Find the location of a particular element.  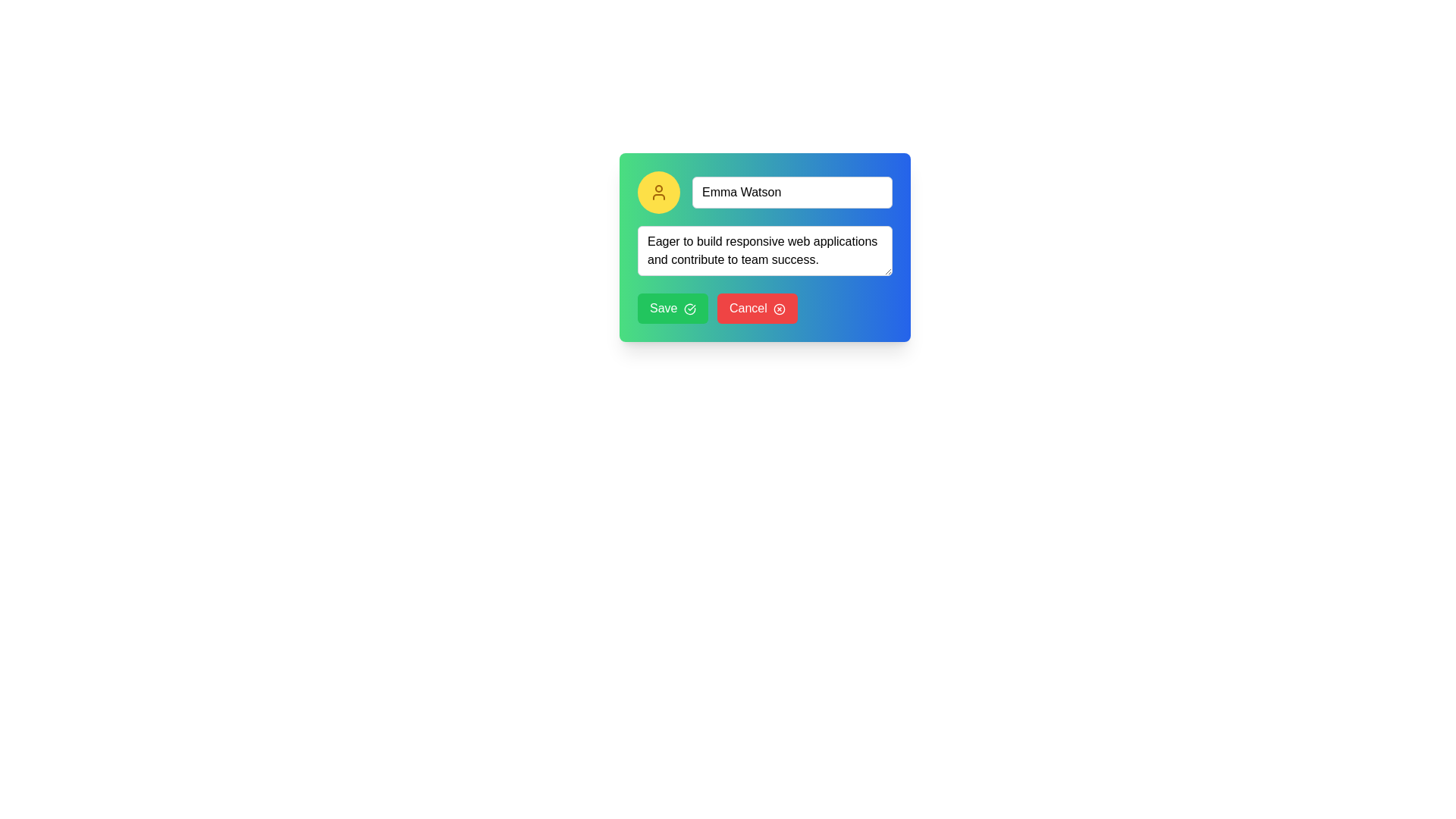

the circular avatar with a yellow background, containing a stylized user figure icon in darker yellow, located to the left of the text input field with the text 'Emma Watson' is located at coordinates (658, 192).